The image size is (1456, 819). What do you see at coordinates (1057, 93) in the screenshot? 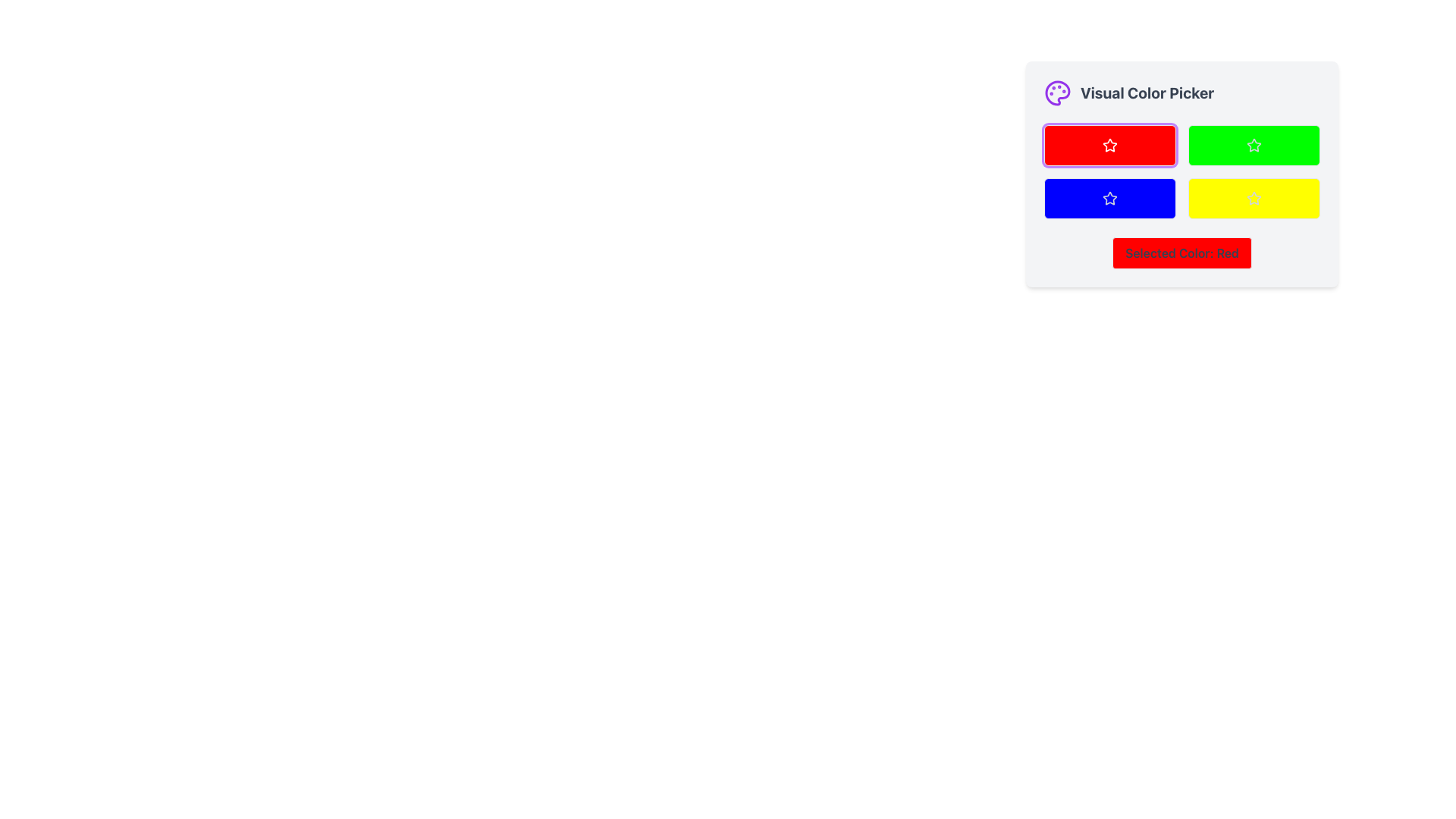
I see `main shape of the SVG icon resembling a painter's palette, filled with purple color, located at the upper left corner of the Visual Color Picker section` at bounding box center [1057, 93].